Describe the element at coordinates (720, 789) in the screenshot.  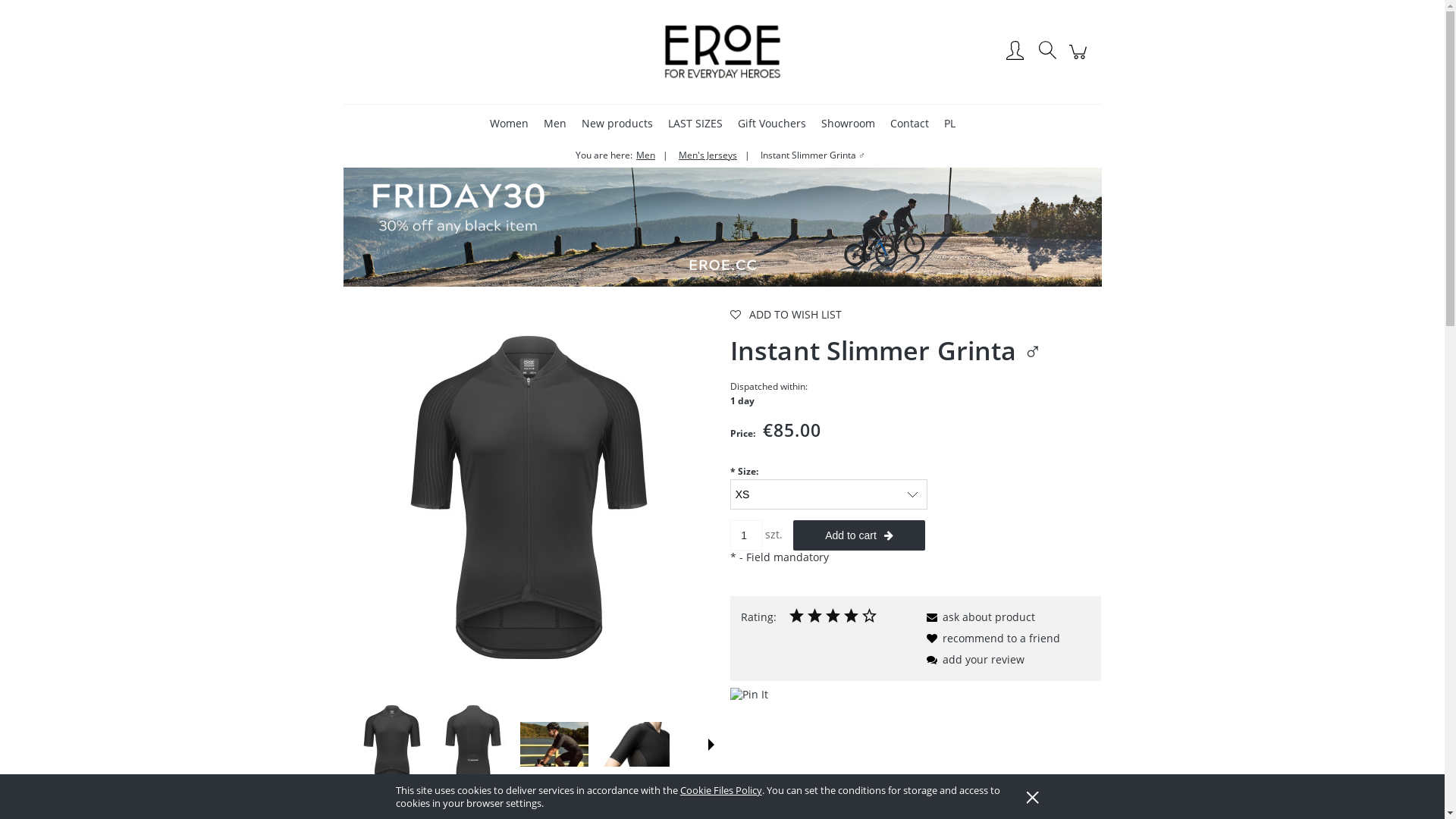
I see `'Cookie Files Policy'` at that location.